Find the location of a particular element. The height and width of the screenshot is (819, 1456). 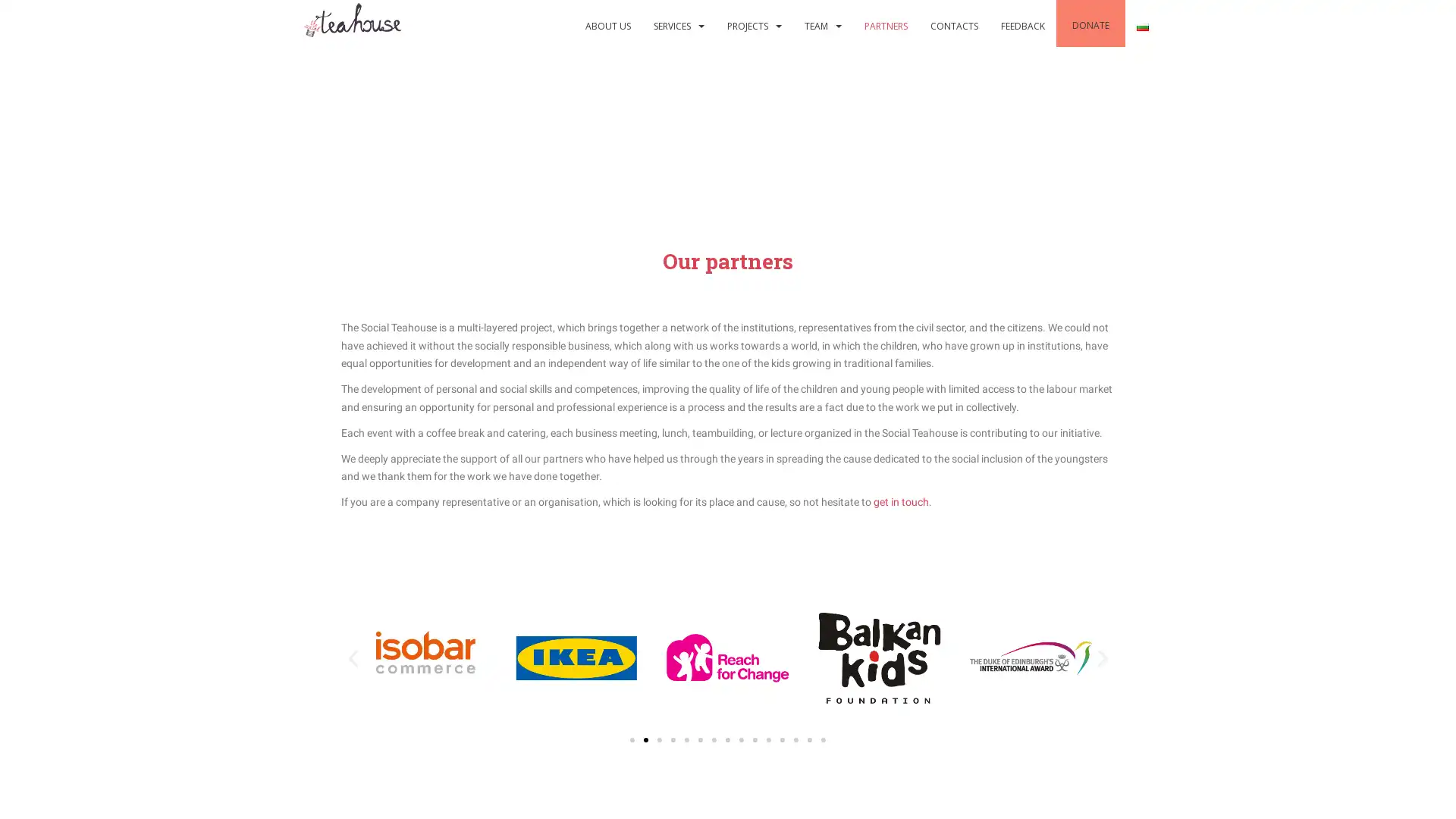

Go to slide 15 is located at coordinates (822, 739).